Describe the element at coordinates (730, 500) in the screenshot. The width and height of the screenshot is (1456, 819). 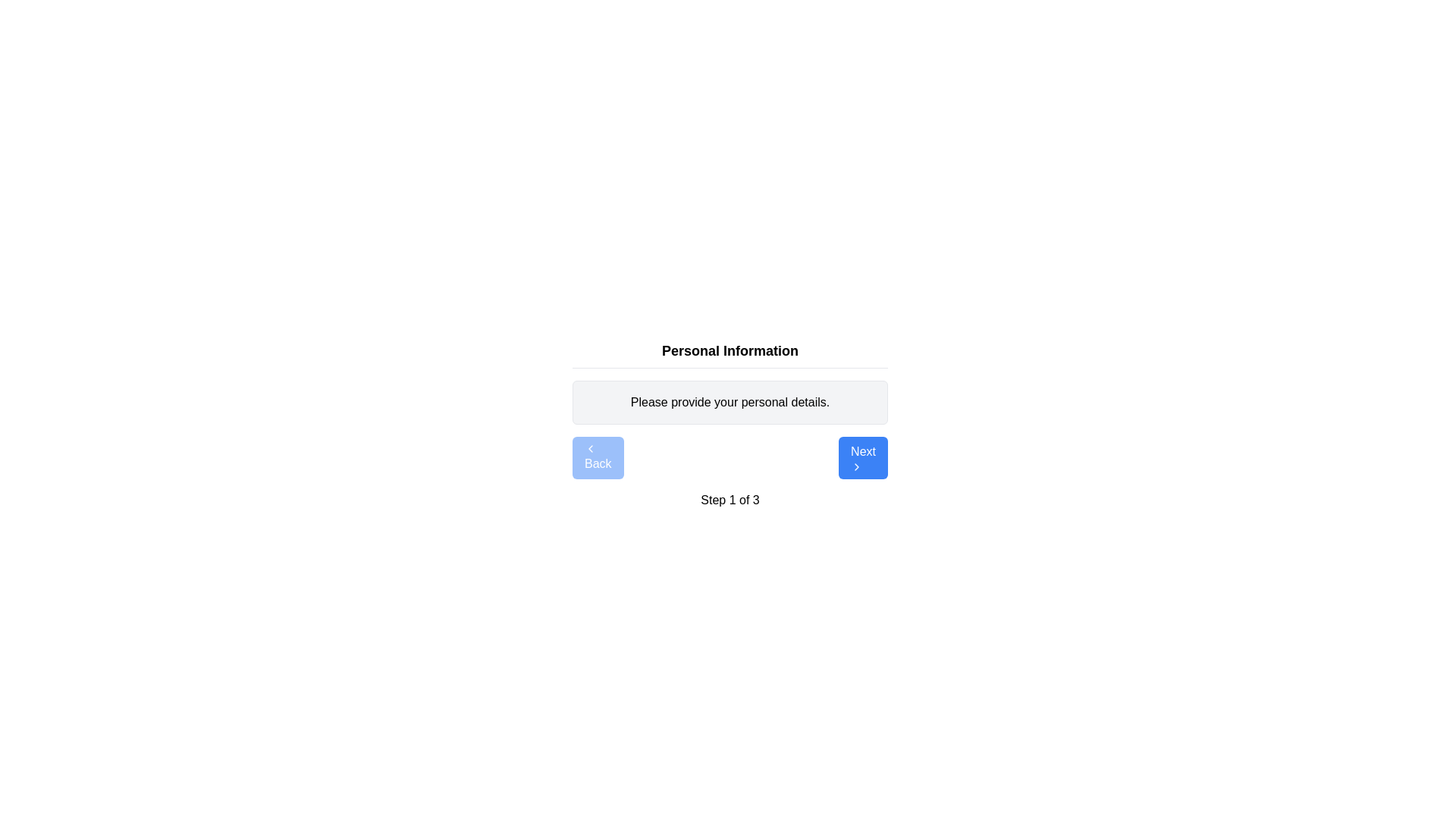
I see `text of the progress indicator label located at the bottom of the layout` at that location.